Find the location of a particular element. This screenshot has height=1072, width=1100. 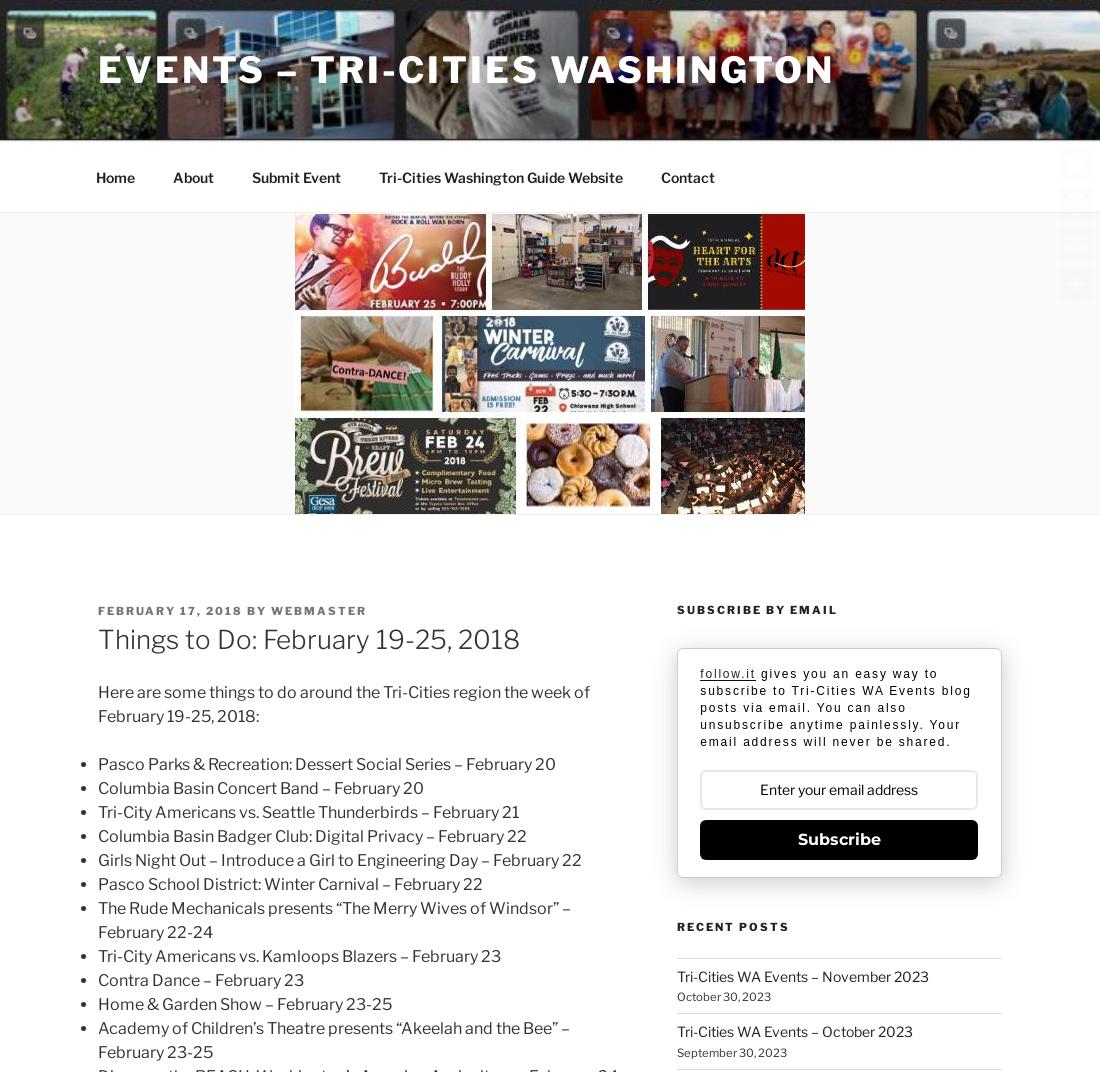

'Recent Posts' is located at coordinates (731, 926).